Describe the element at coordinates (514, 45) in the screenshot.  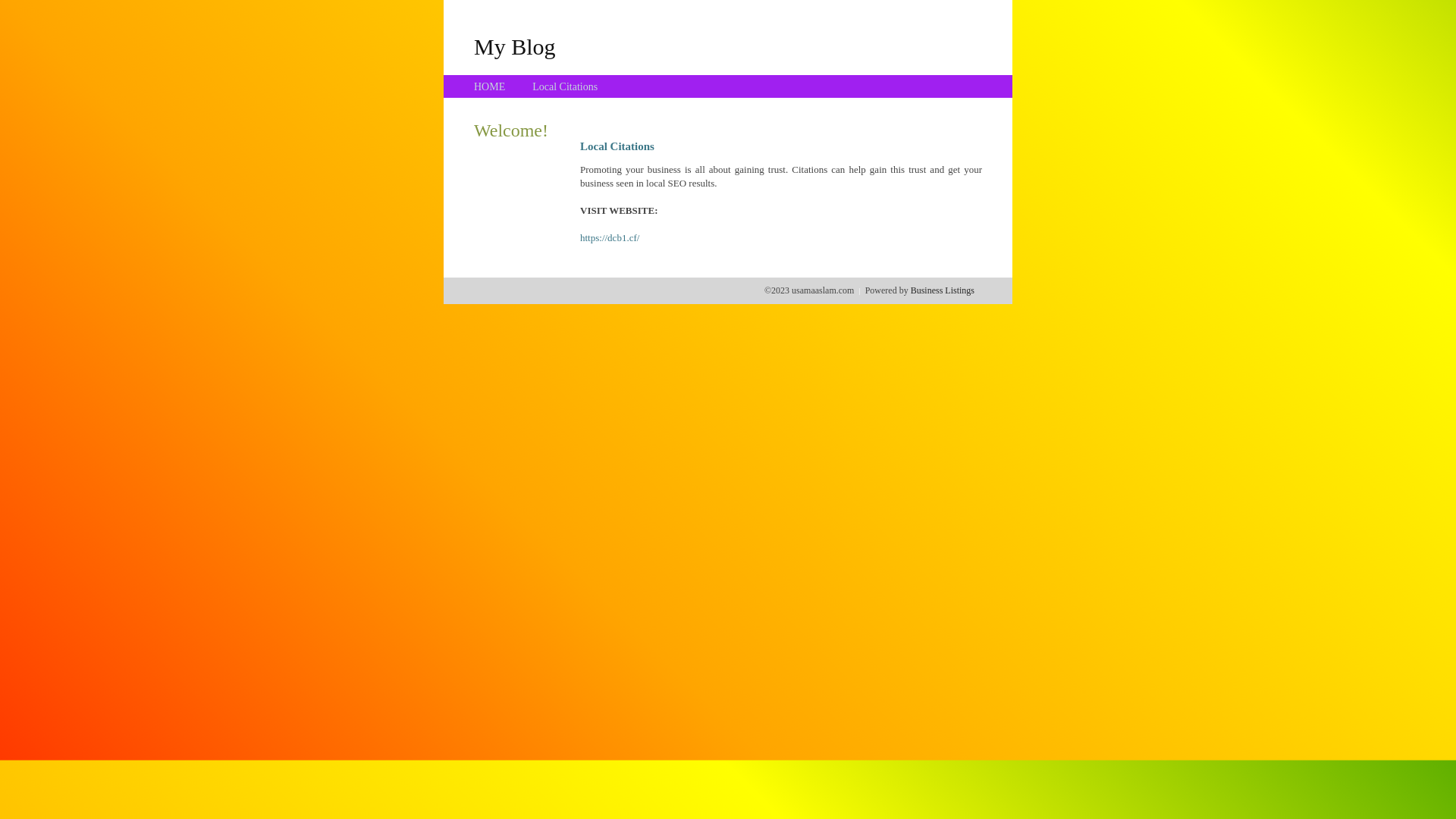
I see `'My Blog'` at that location.